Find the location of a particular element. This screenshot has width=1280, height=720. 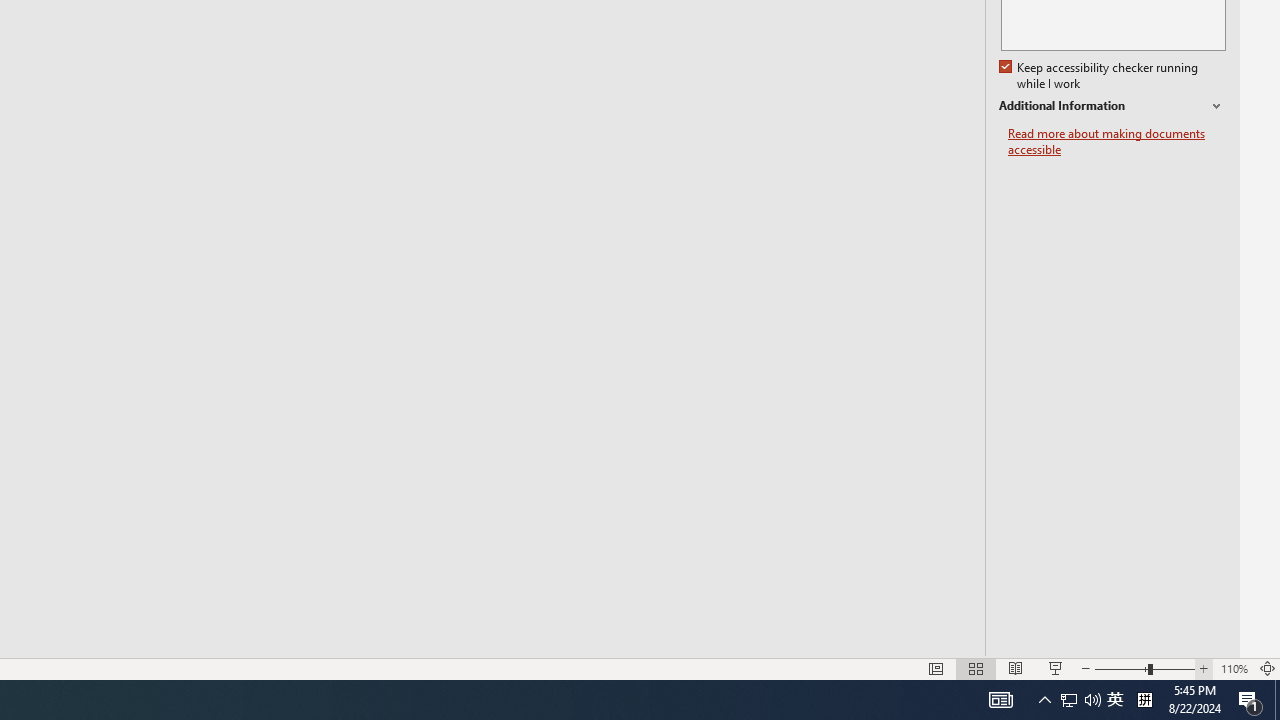

'Zoom' is located at coordinates (1144, 669).